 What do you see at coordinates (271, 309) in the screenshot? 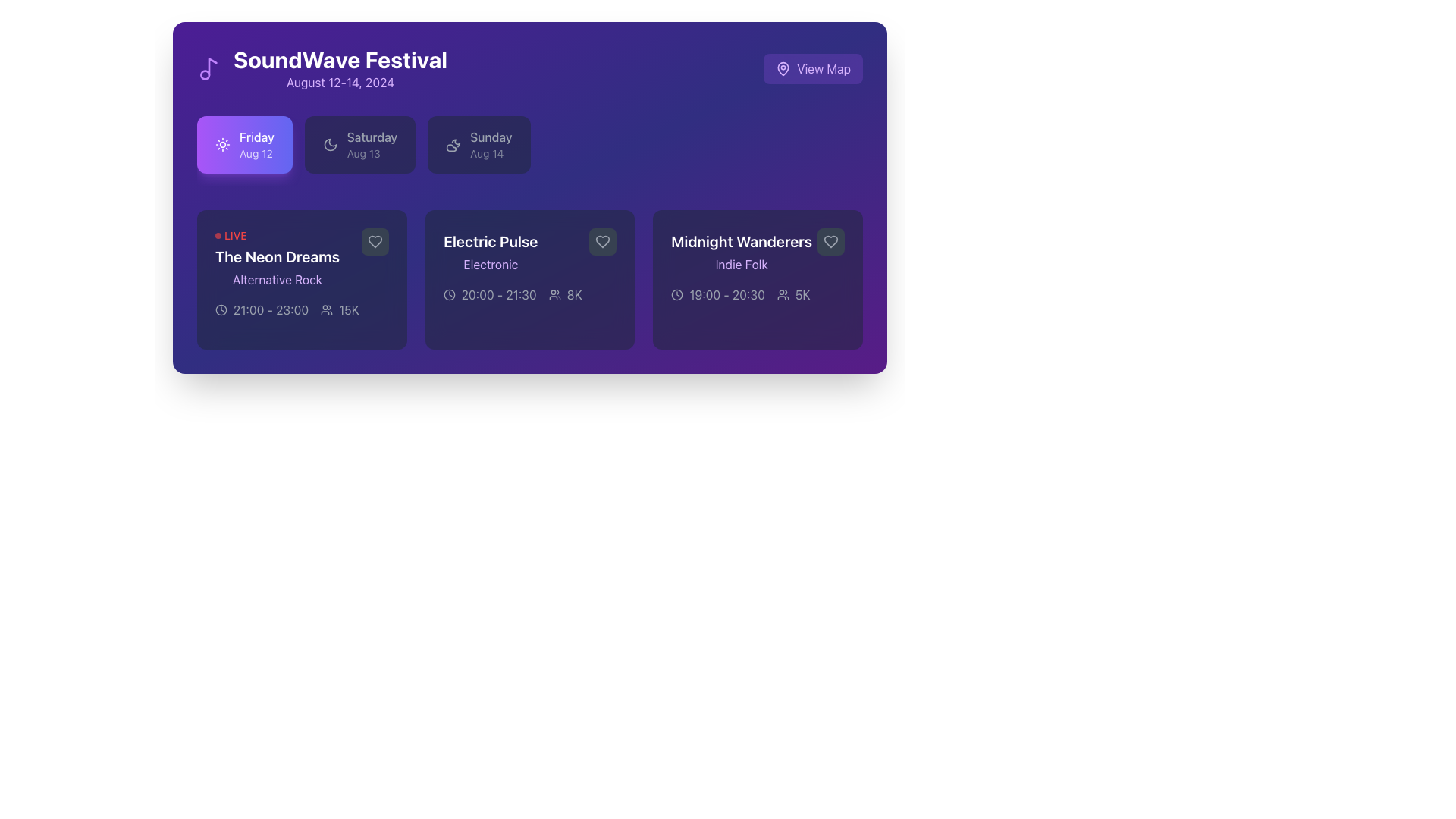
I see `the Text label displaying the scheduled time range for the event 'The Neon Dreams', located below the event title and genre, next to the clock icon` at bounding box center [271, 309].